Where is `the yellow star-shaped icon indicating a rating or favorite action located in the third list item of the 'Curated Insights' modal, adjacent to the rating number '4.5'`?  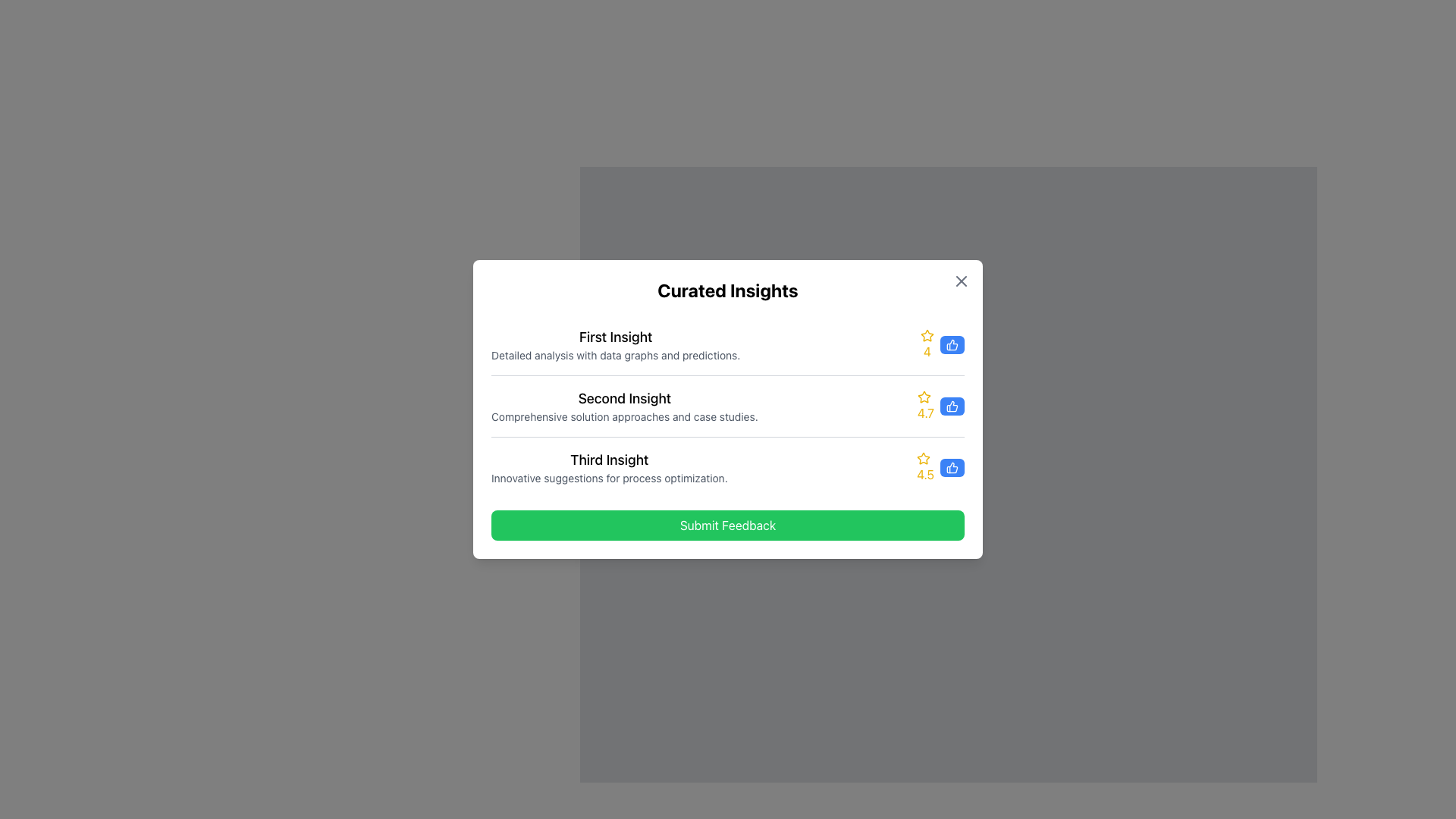
the yellow star-shaped icon indicating a rating or favorite action located in the third list item of the 'Curated Insights' modal, adjacent to the rating number '4.5' is located at coordinates (923, 458).